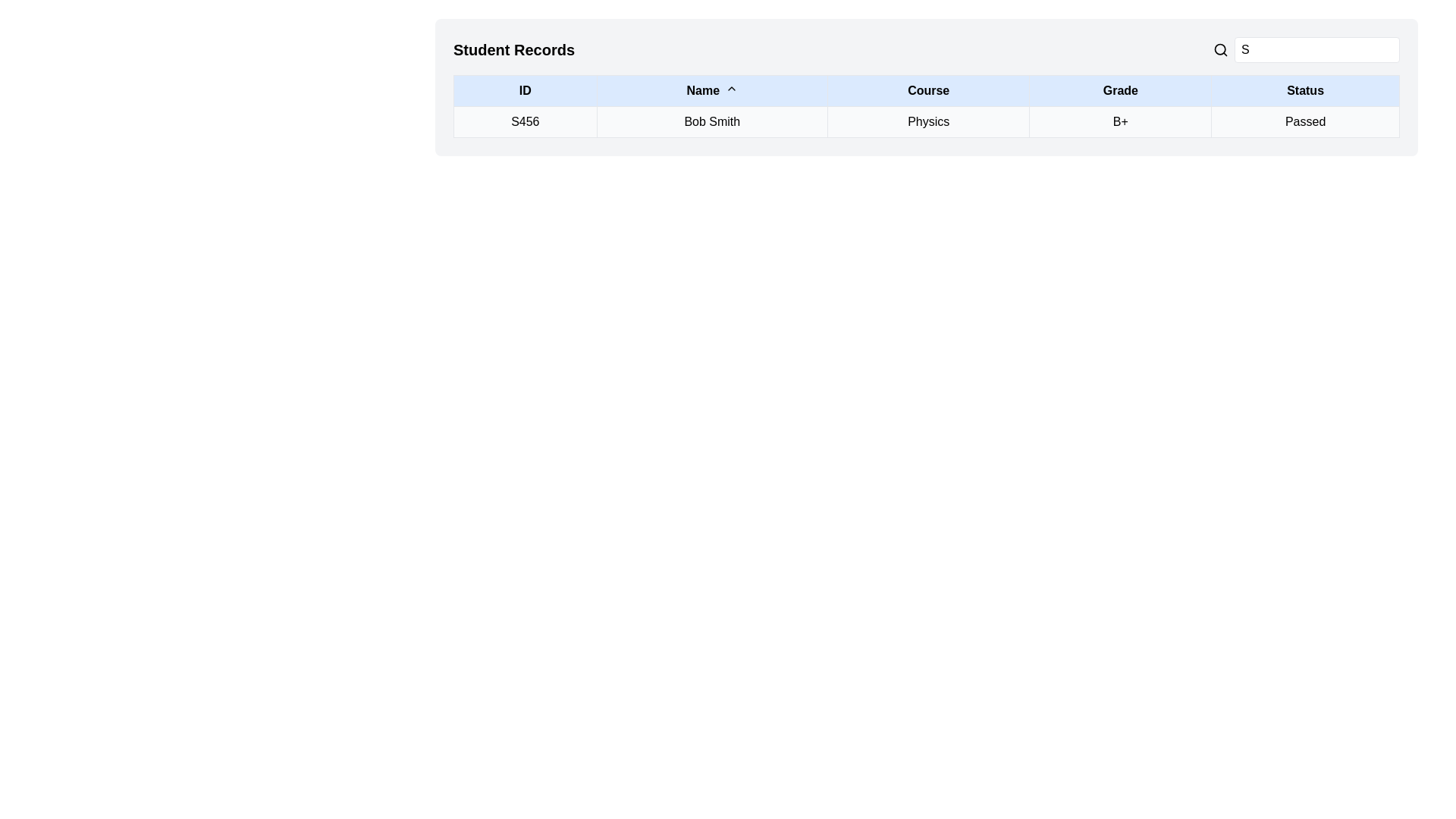  What do you see at coordinates (1120, 121) in the screenshot?
I see `the Text label displaying 'B+' for student Bob Smith in the Physics course located in the 'Grade' column of the table` at bounding box center [1120, 121].